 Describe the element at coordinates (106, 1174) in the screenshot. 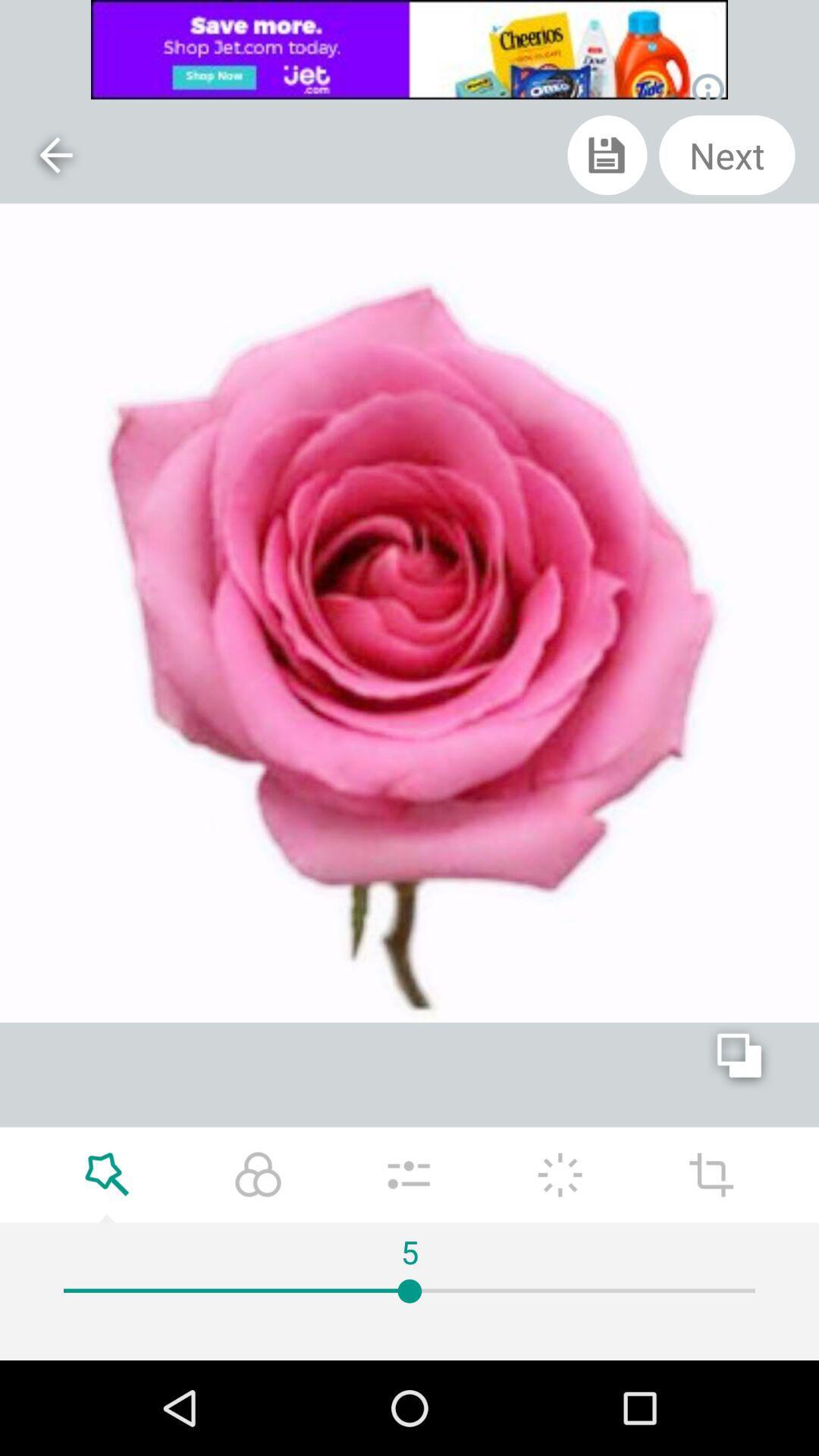

I see `open effects` at that location.